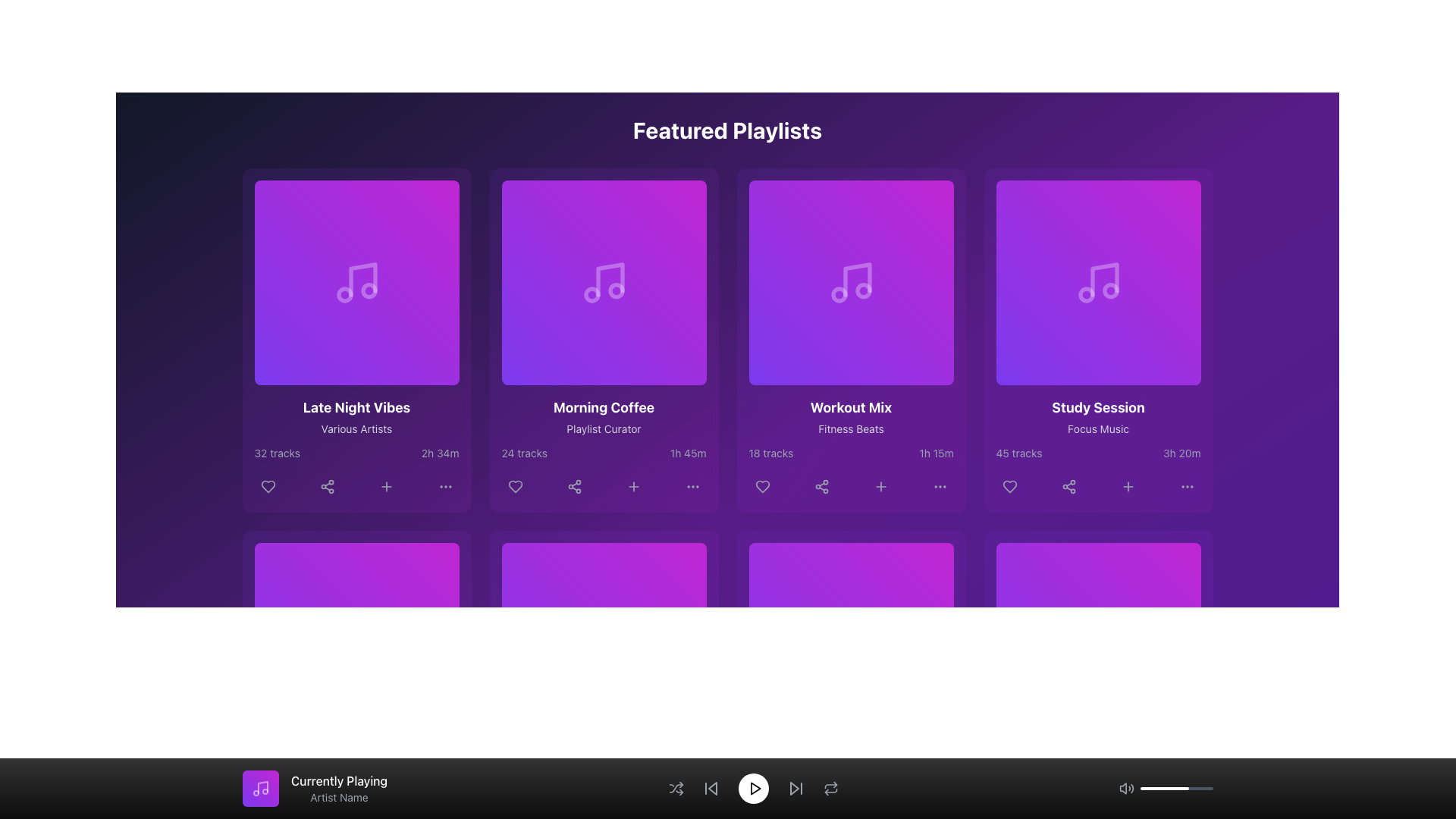  What do you see at coordinates (692, 486) in the screenshot?
I see `the button located in the bottom-right corner of the third playlist card ('Morning Coffee') to change its color` at bounding box center [692, 486].